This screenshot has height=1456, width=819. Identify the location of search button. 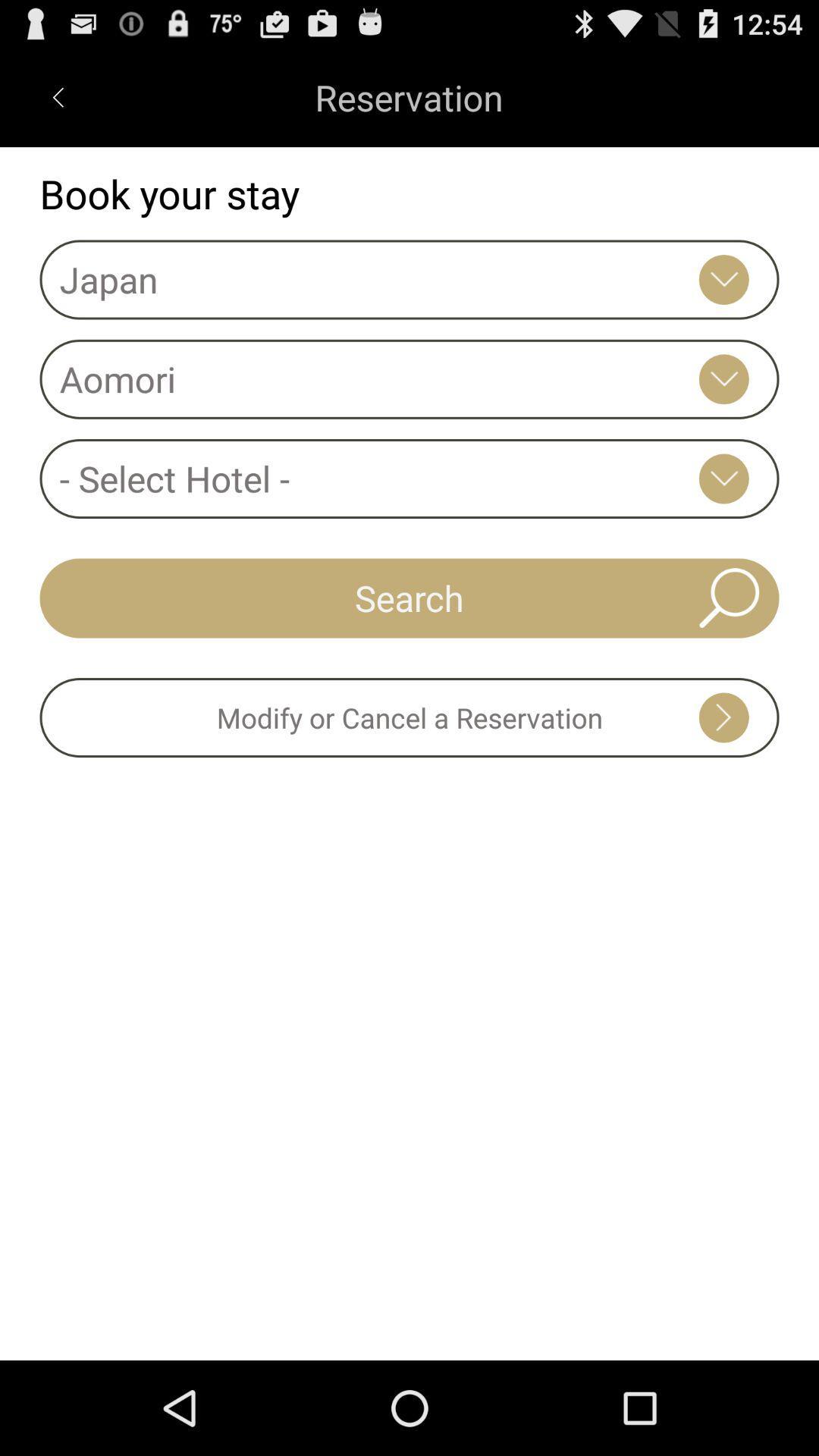
(409, 597).